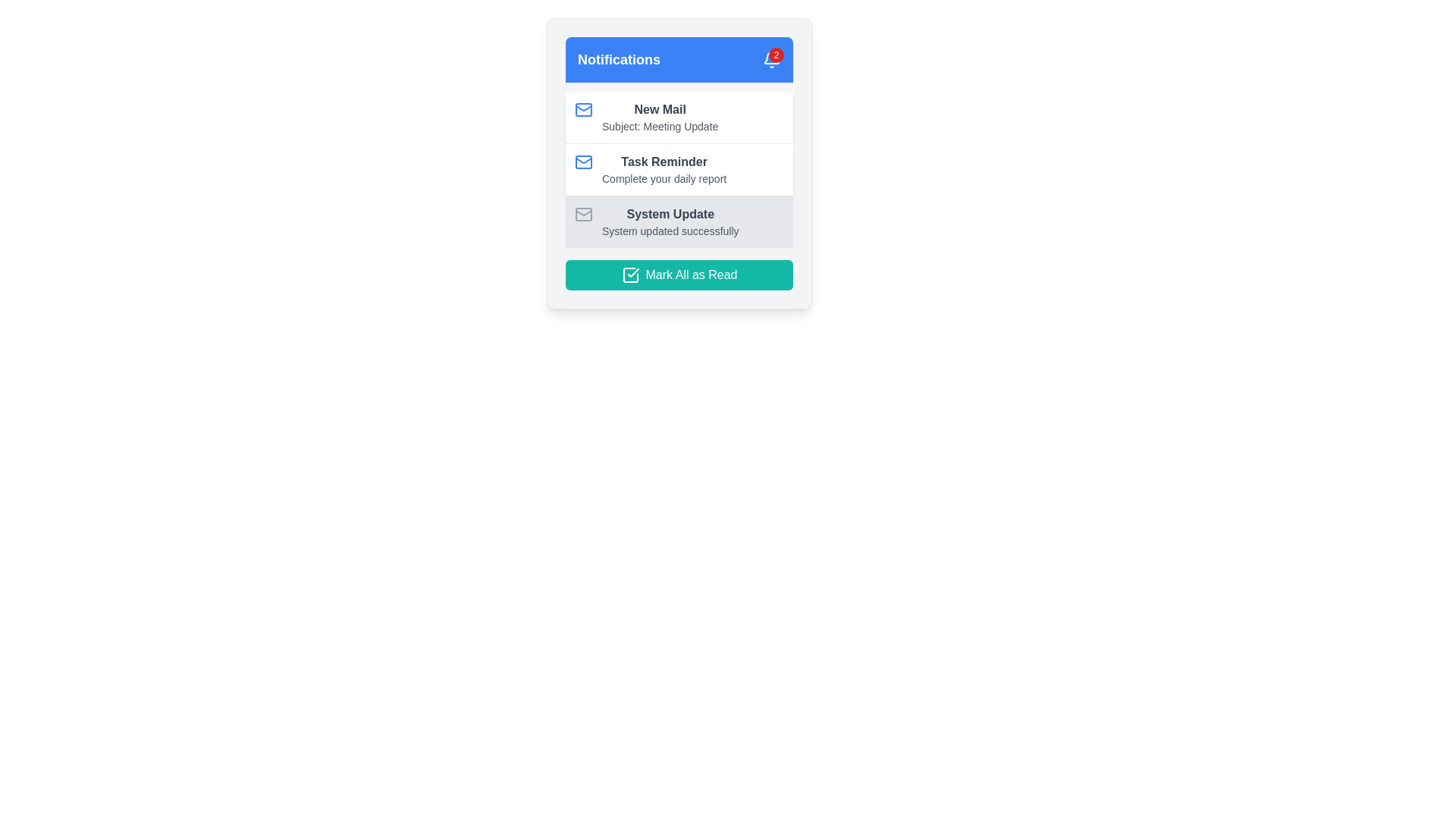 The height and width of the screenshot is (819, 1456). Describe the element at coordinates (679, 169) in the screenshot. I see `the second notification item in the notification list that provides a task reminder message, located between 'New Mail' and 'System Update'` at that location.